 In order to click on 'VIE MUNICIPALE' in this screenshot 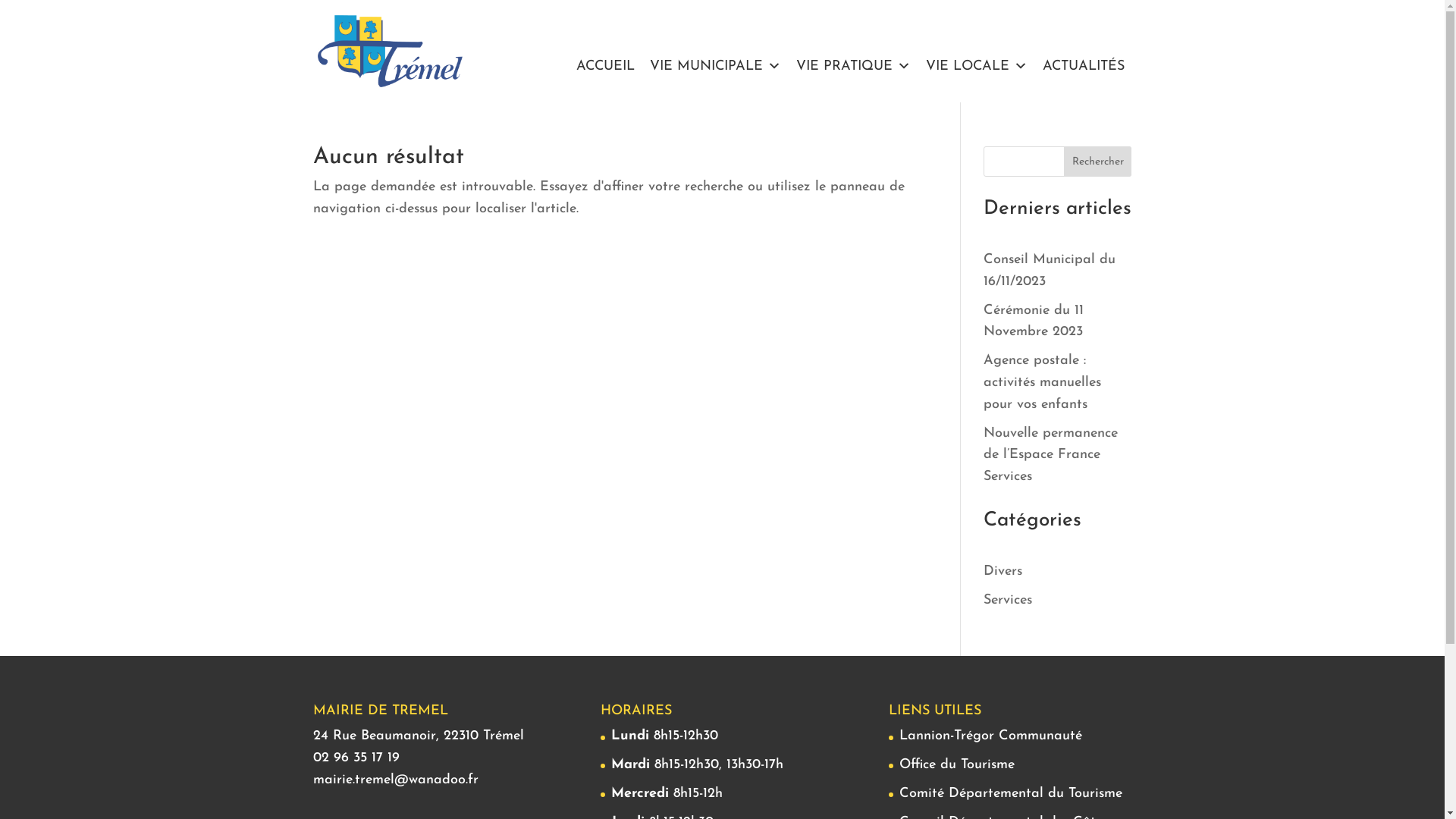, I will do `click(714, 65)`.